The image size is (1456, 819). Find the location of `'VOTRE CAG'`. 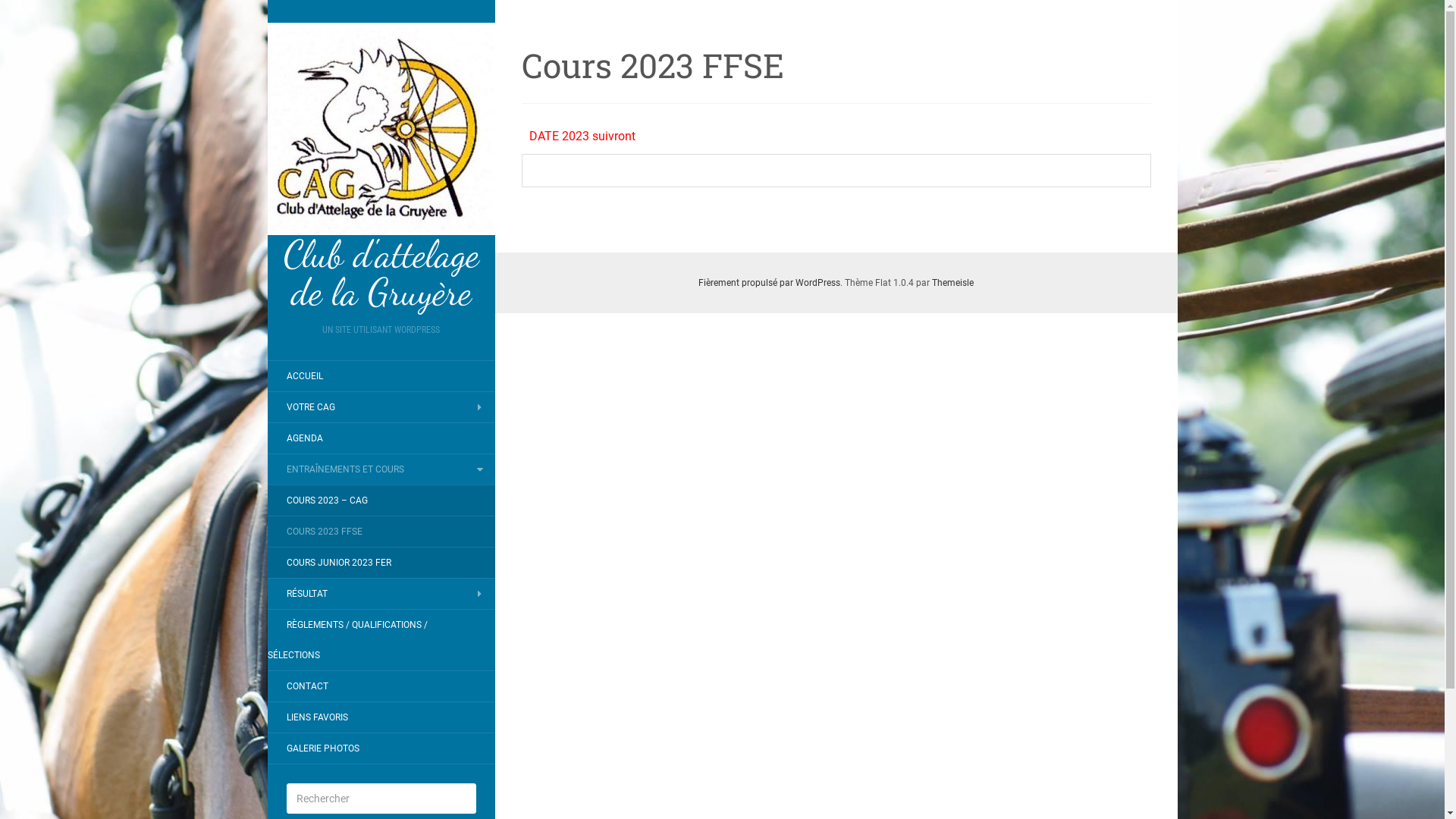

'VOTRE CAG' is located at coordinates (266, 406).